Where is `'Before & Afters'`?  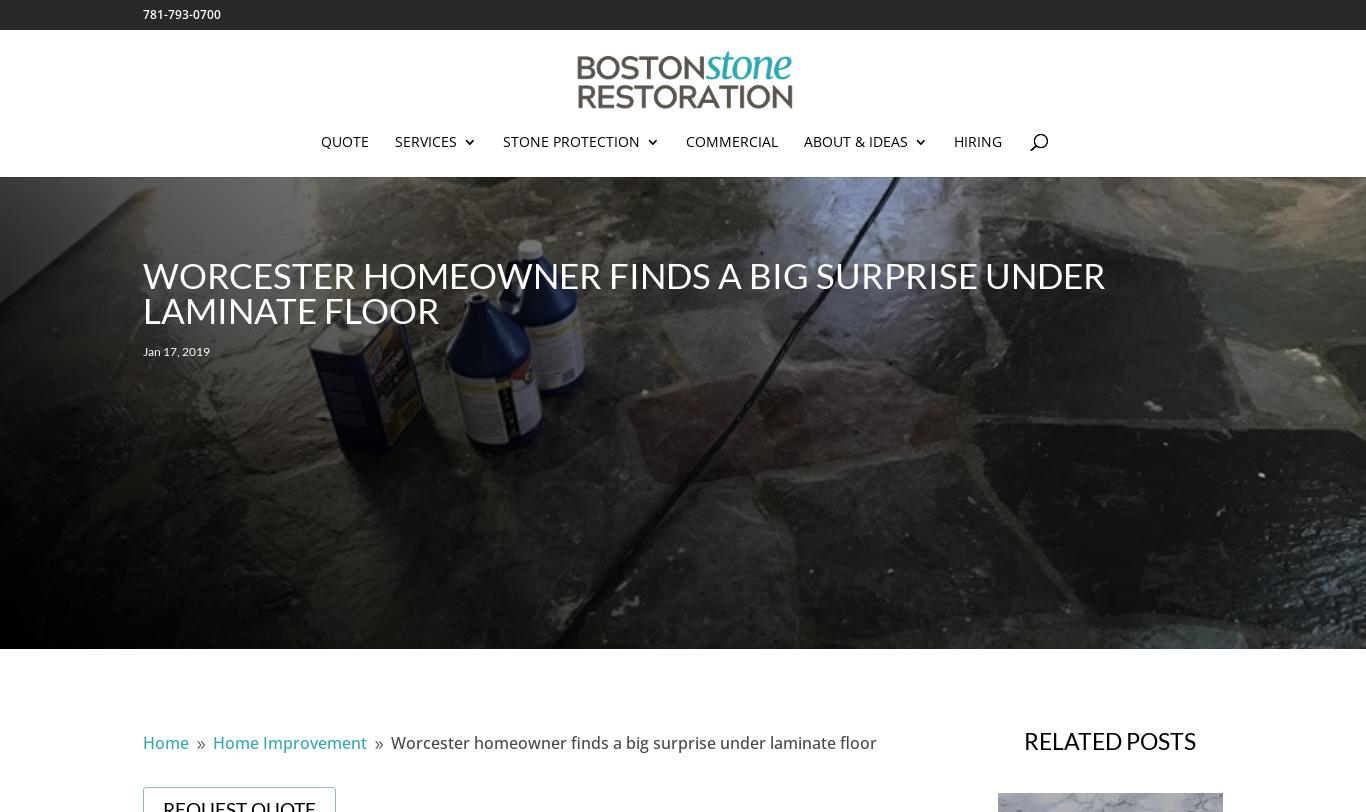 'Before & Afters' is located at coordinates (901, 259).